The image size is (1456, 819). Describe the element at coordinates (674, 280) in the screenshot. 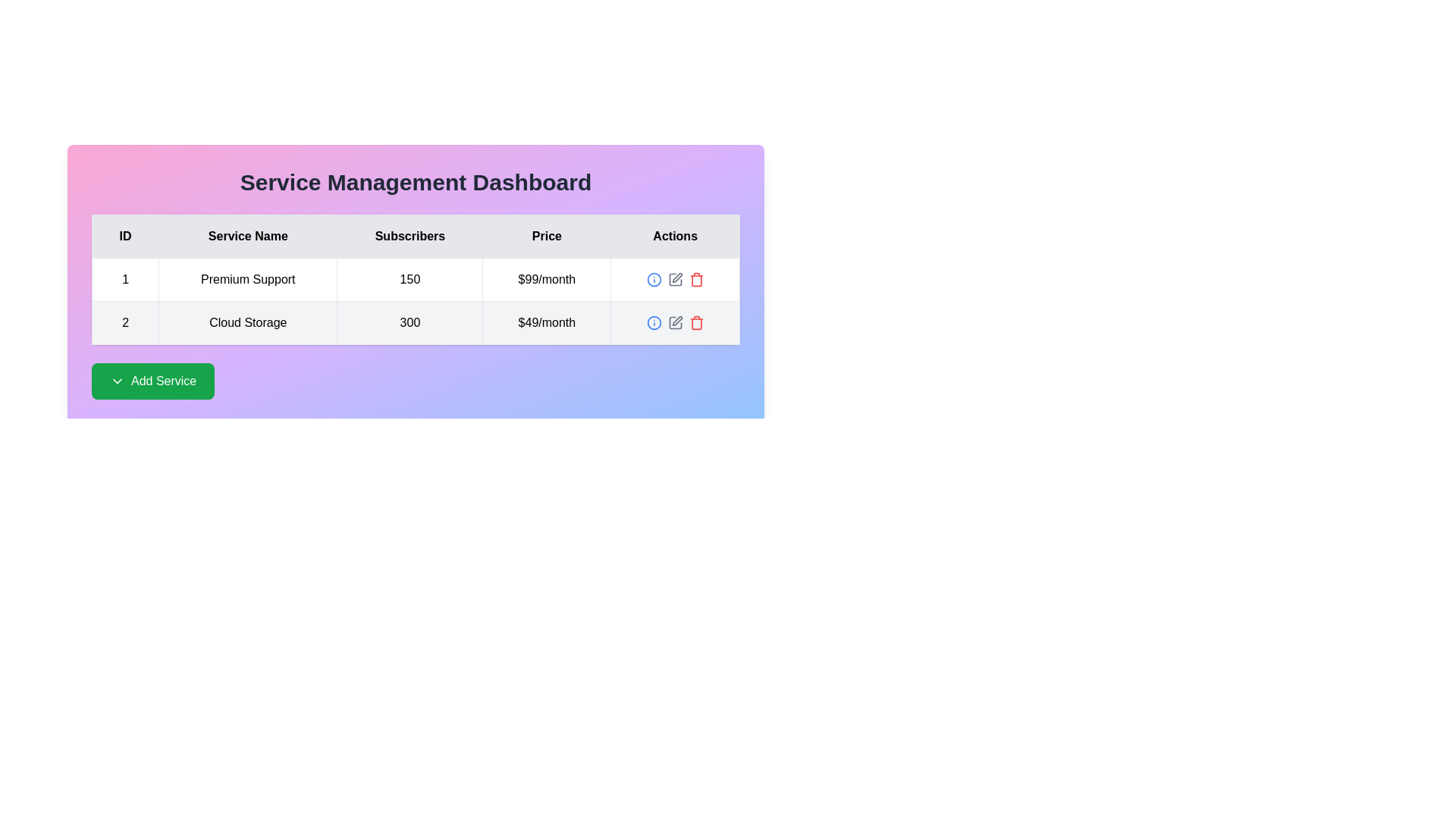

I see `the gray pencil icon button located in the second position of the 'Actions' column for the first entry titled 'Premium Support'` at that location.